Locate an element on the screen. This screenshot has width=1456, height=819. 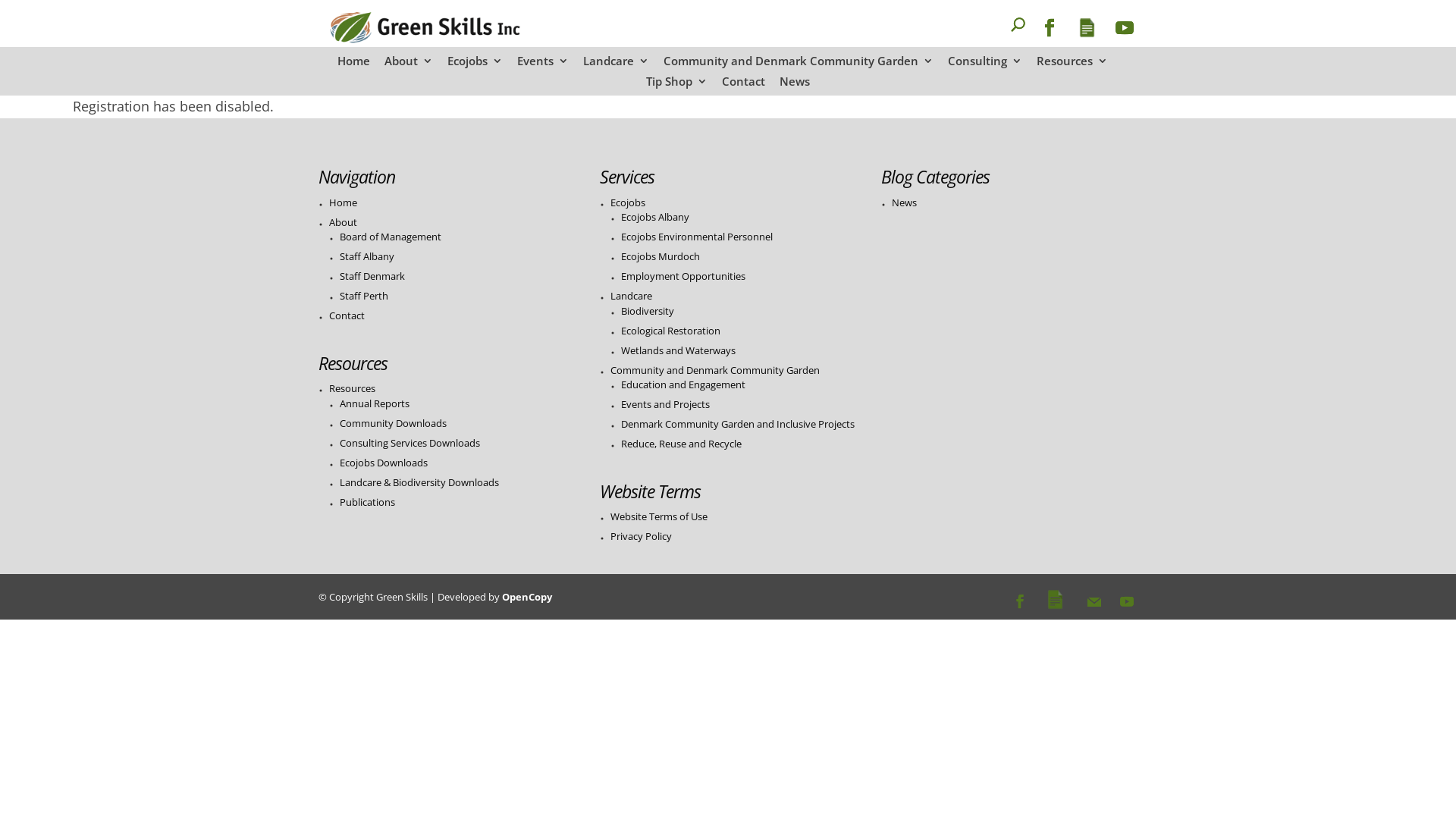
'Privacy Policy' is located at coordinates (641, 535).